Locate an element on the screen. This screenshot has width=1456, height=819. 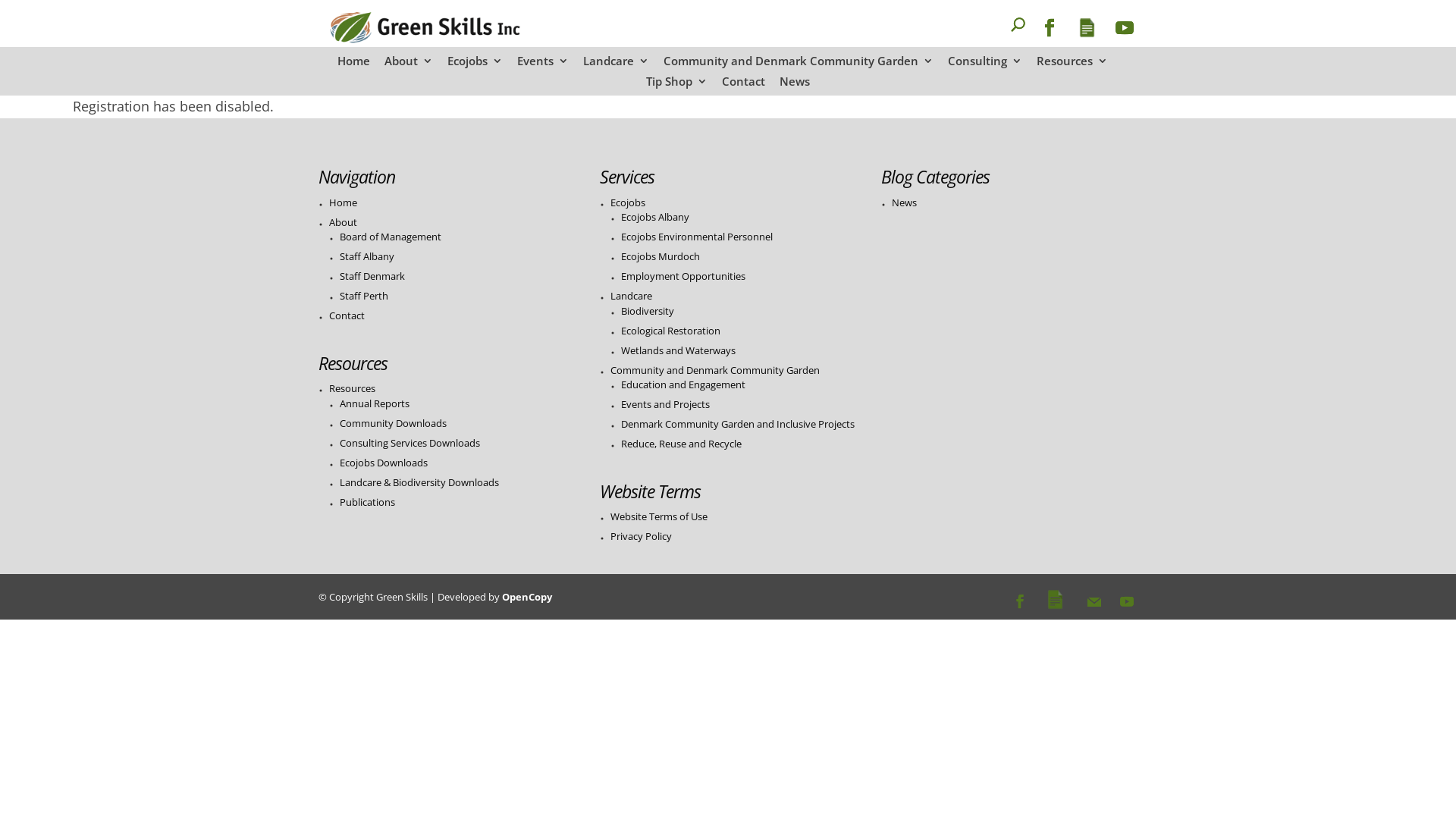
'Privacy Policy' is located at coordinates (641, 535).